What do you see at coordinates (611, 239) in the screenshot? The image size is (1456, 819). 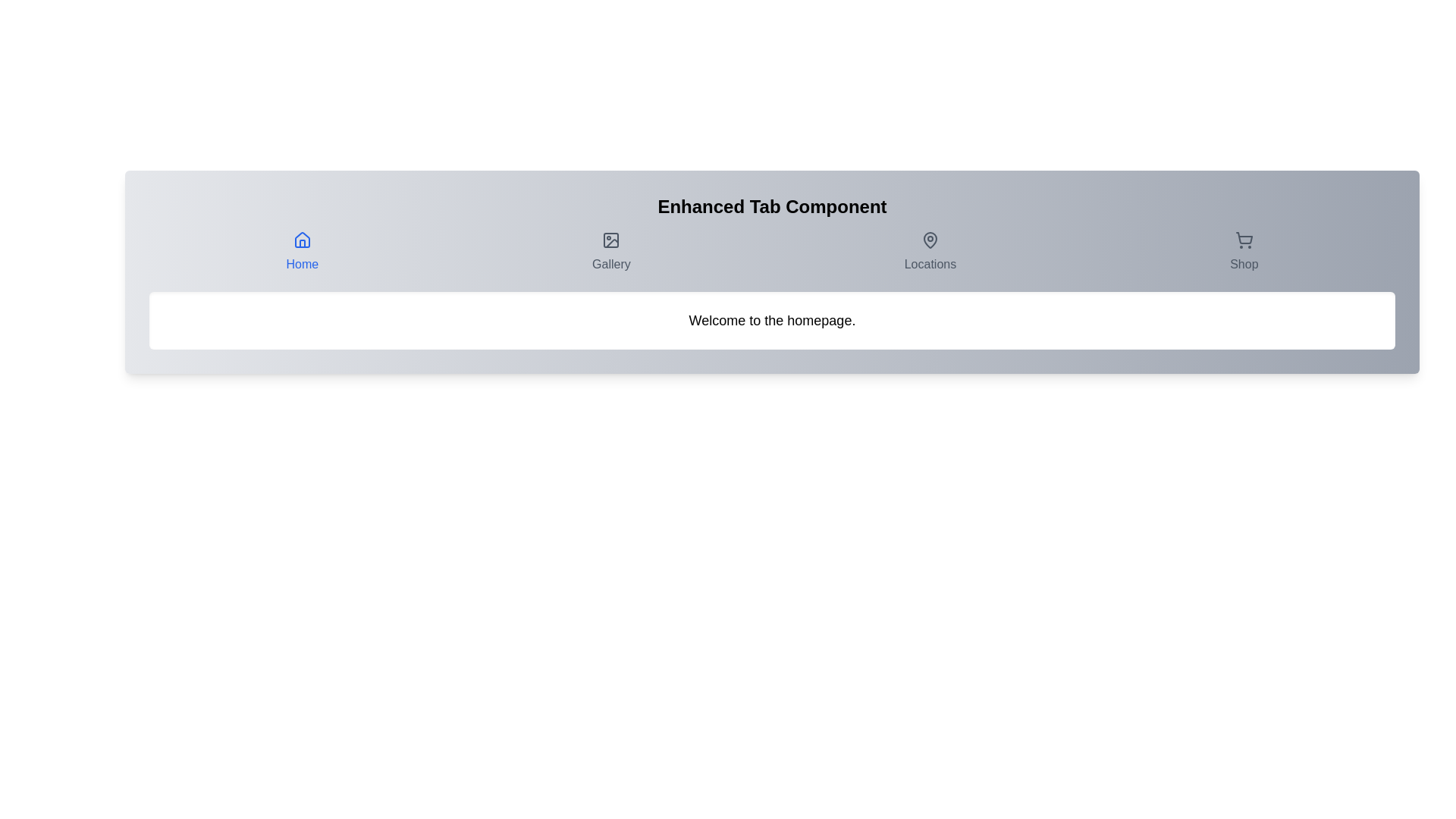 I see `the gallery icon located in the top navigation bar between the 'Home' and 'Locations' sections` at bounding box center [611, 239].